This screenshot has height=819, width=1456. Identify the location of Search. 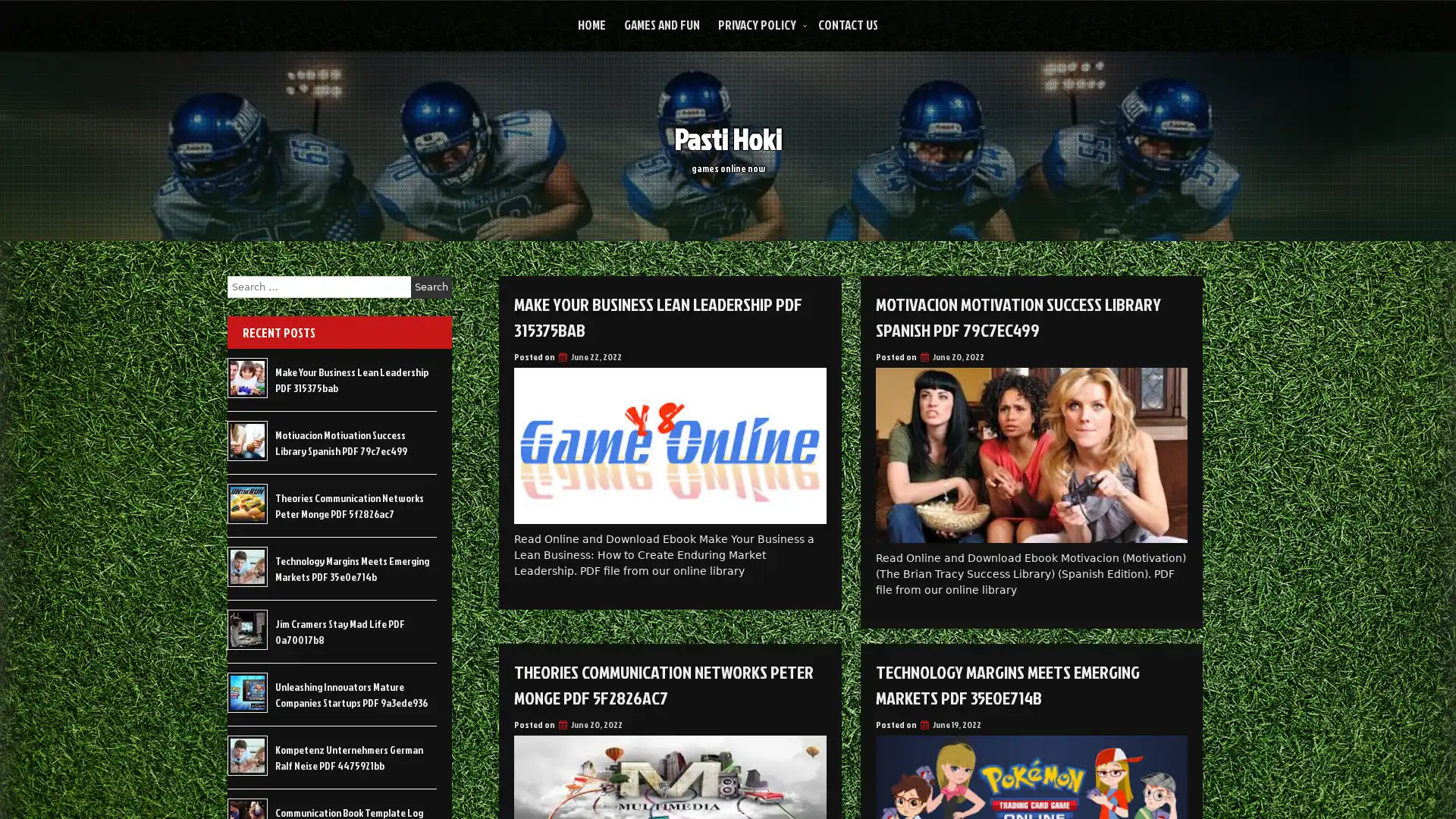
(431, 287).